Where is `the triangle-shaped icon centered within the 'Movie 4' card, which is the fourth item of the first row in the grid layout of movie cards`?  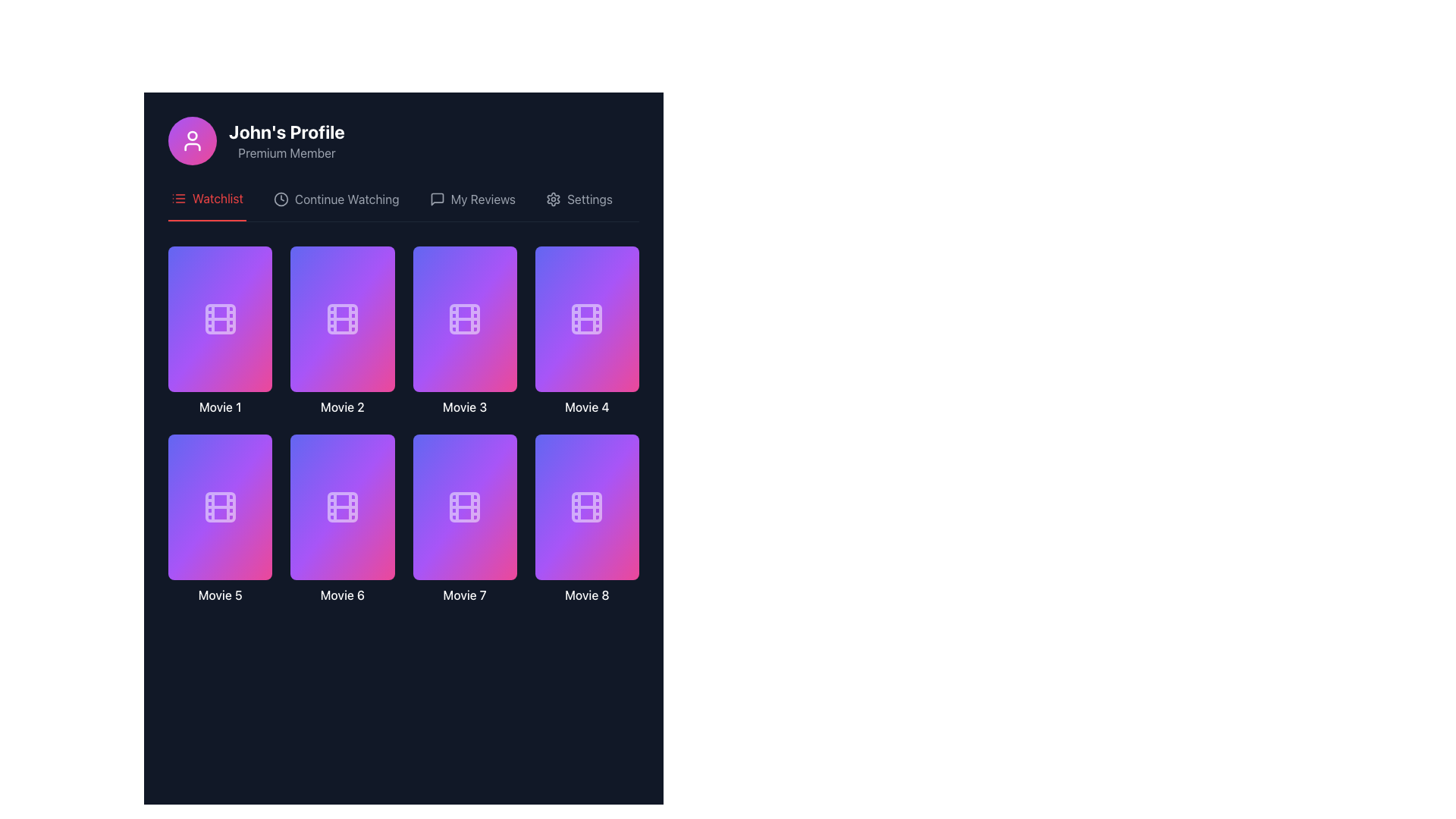 the triangle-shaped icon centered within the 'Movie 4' card, which is the fourth item of the first row in the grid layout of movie cards is located at coordinates (587, 311).